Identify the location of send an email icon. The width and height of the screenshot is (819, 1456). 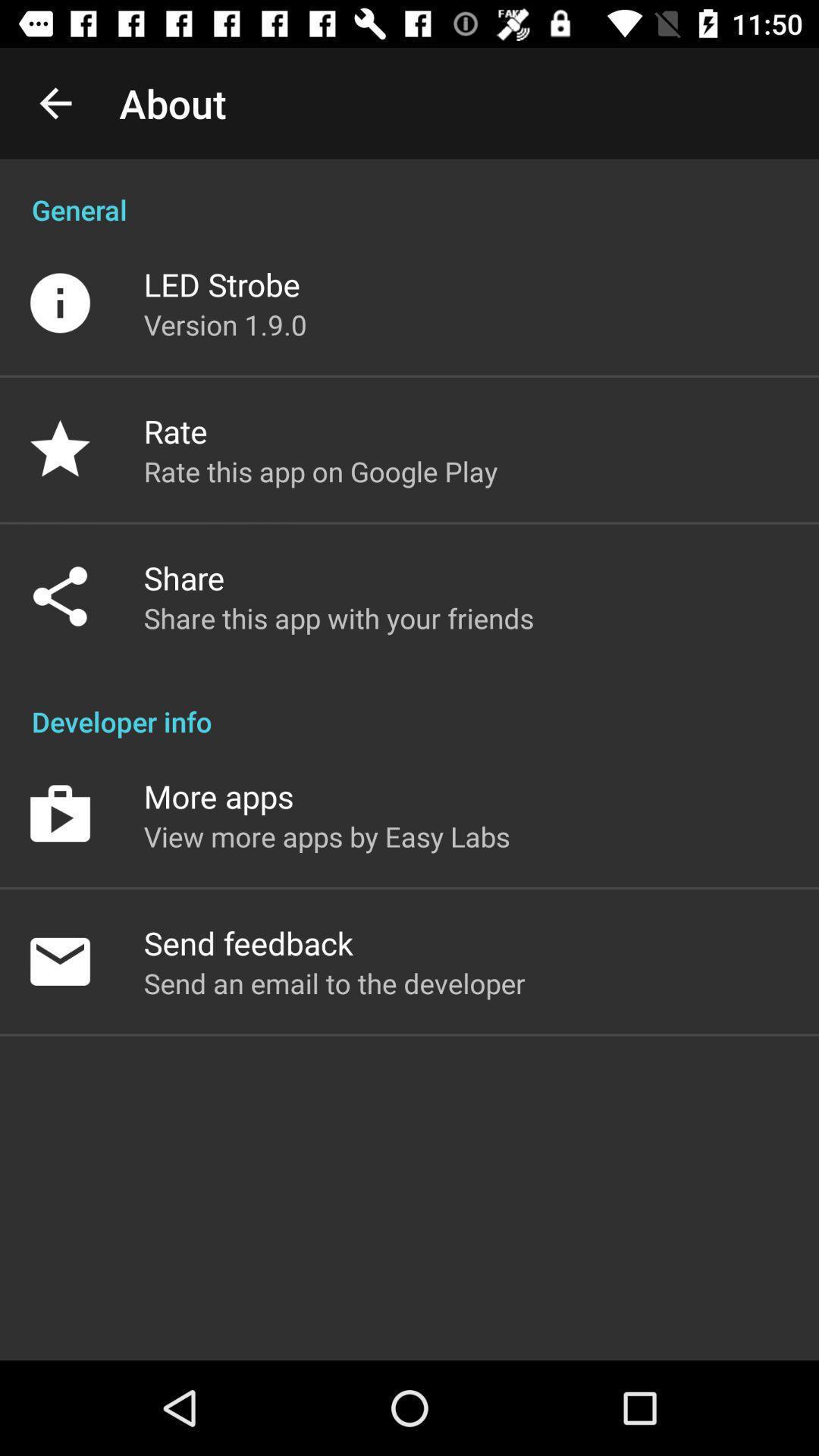
(334, 983).